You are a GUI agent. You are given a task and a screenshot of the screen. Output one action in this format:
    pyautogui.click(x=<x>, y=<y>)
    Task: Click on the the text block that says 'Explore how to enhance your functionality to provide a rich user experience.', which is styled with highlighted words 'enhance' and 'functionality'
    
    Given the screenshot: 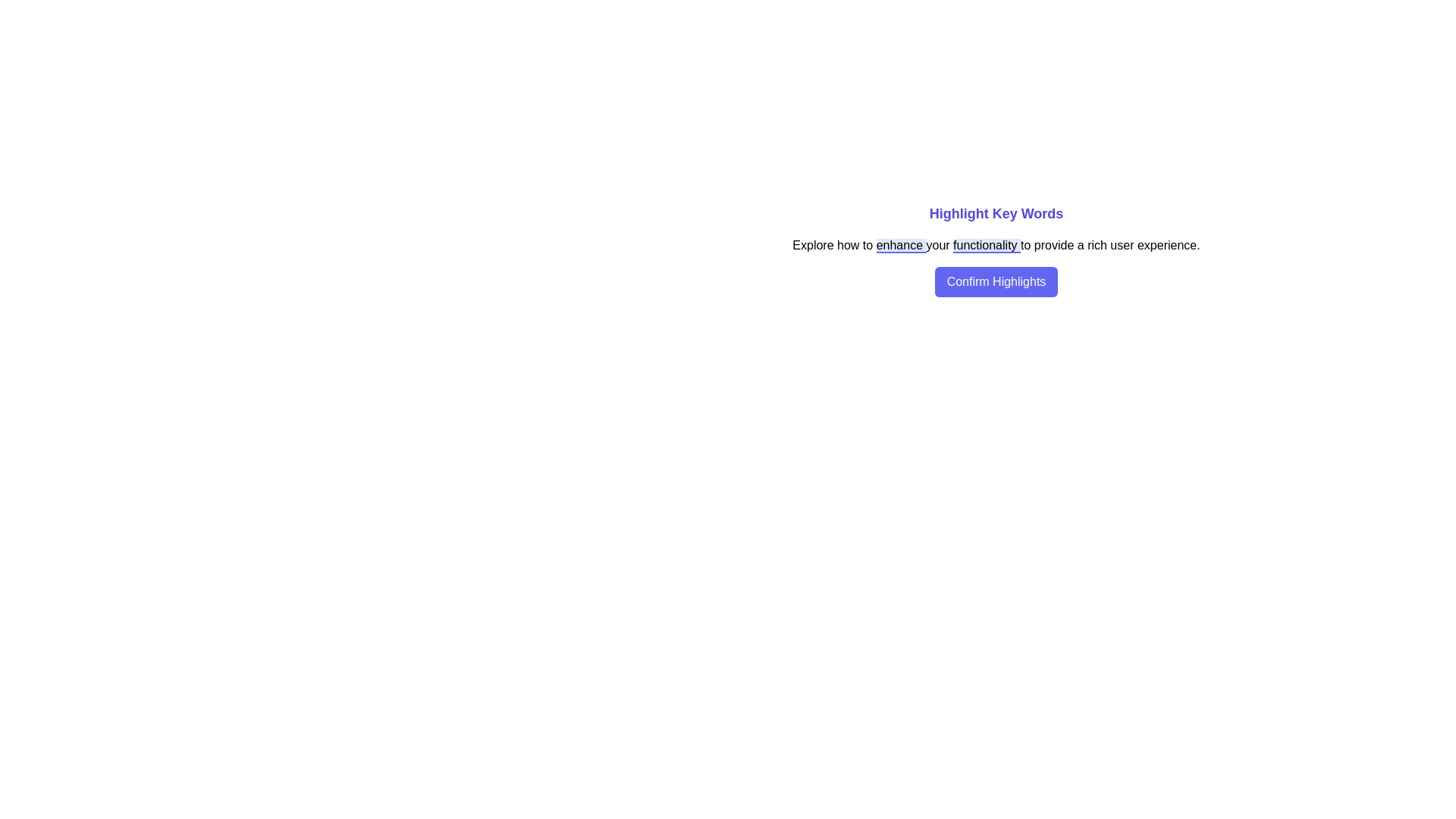 What is the action you would take?
    pyautogui.click(x=996, y=245)
    